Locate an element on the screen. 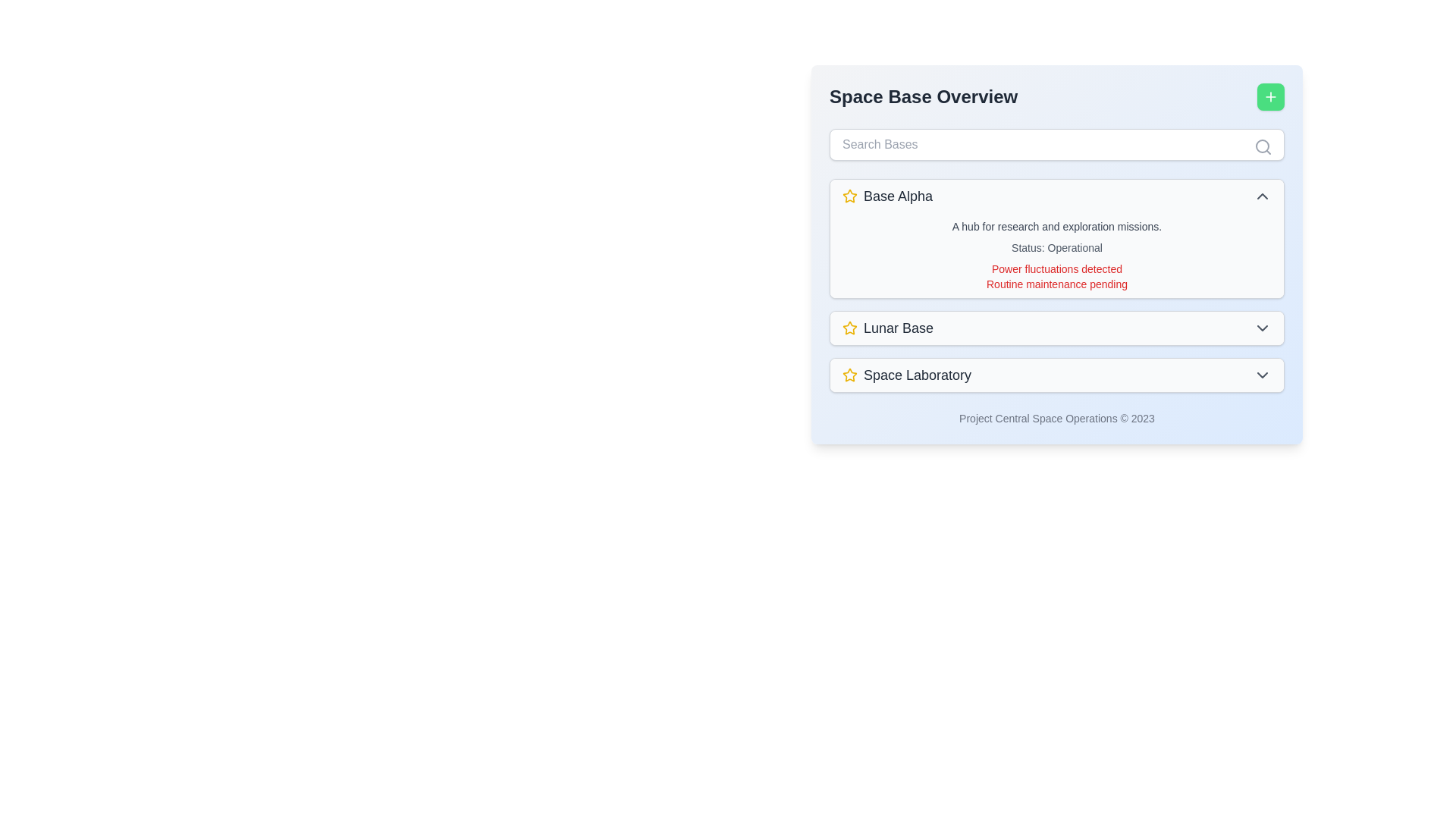 The width and height of the screenshot is (1456, 819). the green button with a white plus icon located in the top-right corner of the 'Space Base Overview' panel to prepare for keyboard interaction is located at coordinates (1270, 96).